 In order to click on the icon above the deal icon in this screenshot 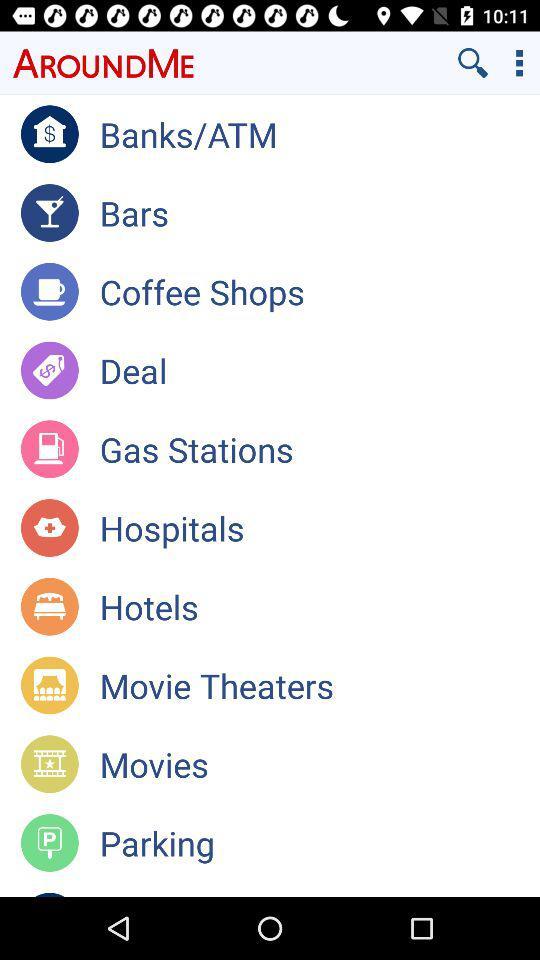, I will do `click(319, 290)`.